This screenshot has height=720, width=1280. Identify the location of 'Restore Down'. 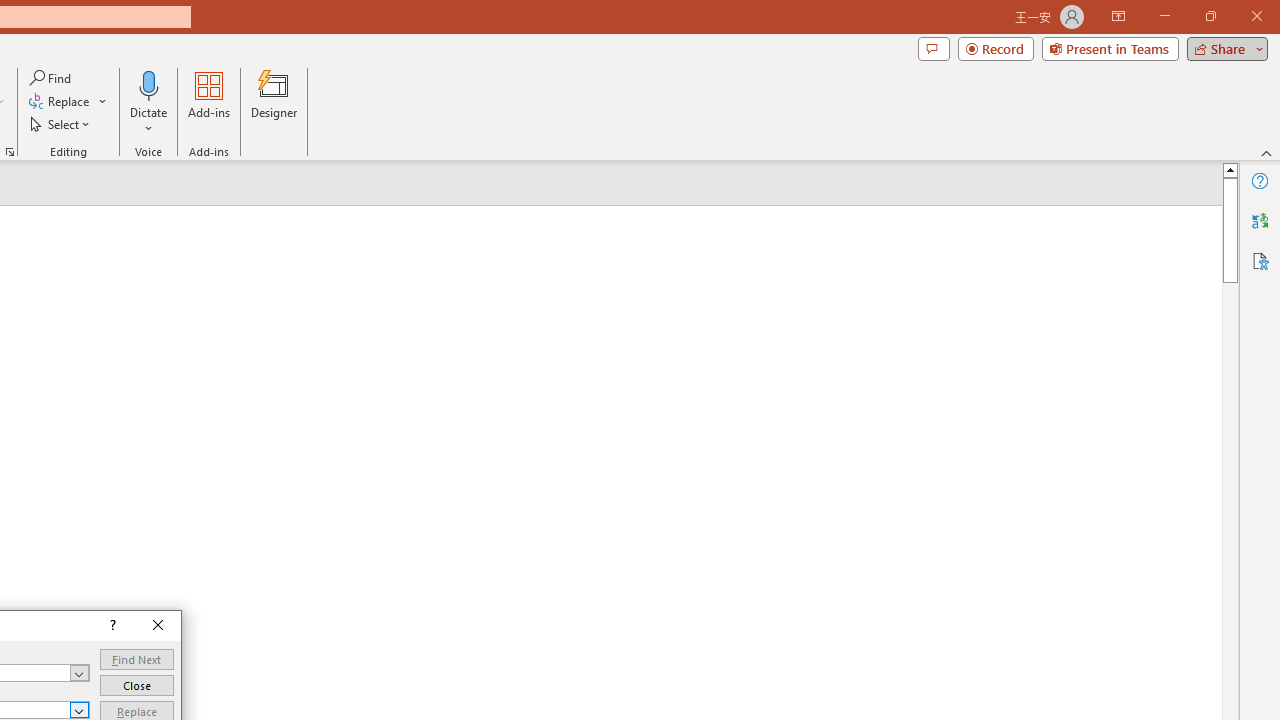
(1209, 16).